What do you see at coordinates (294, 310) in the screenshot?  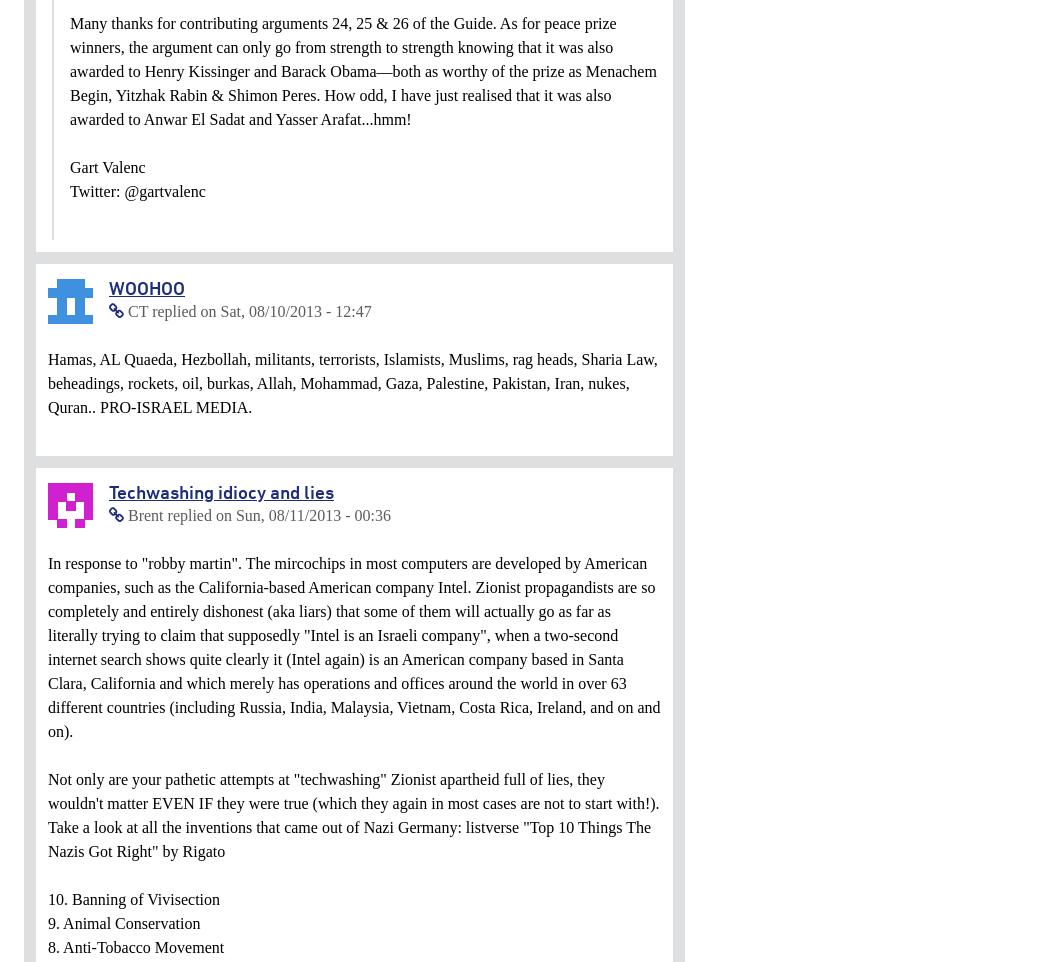 I see `'Sat, 08/10/2013 - 12:47'` at bounding box center [294, 310].